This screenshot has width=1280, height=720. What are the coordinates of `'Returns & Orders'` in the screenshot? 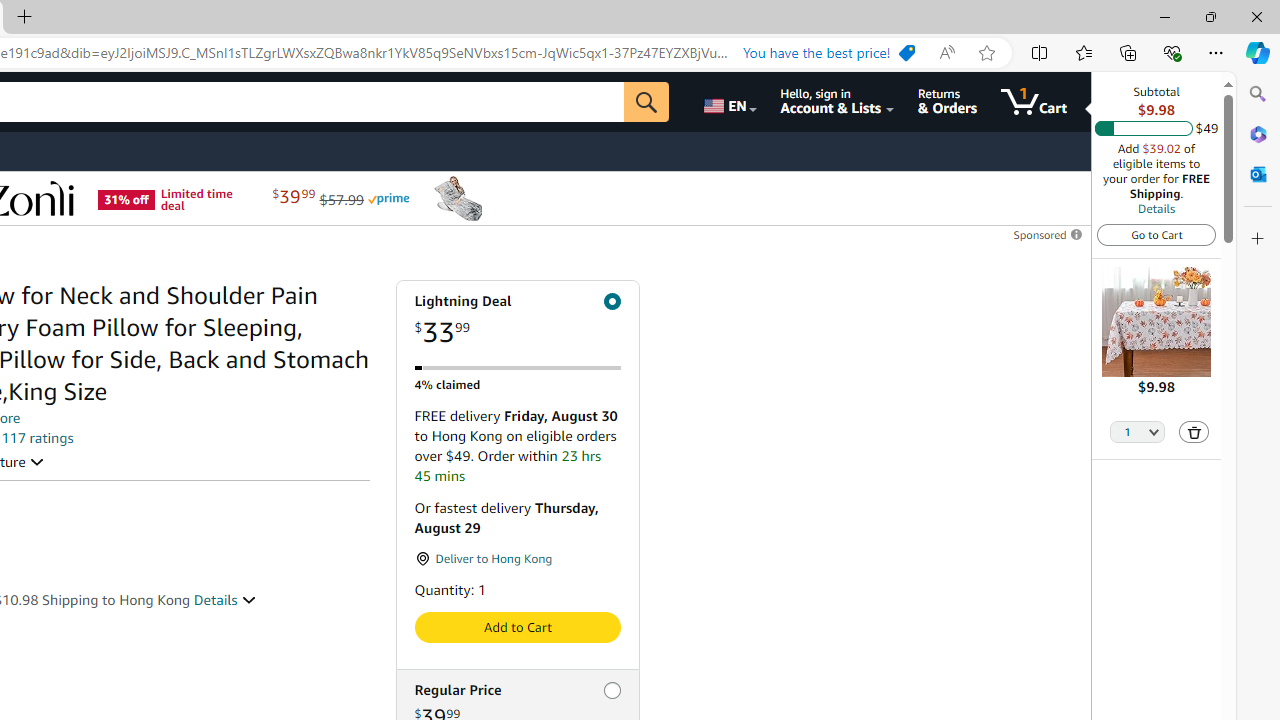 It's located at (946, 101).